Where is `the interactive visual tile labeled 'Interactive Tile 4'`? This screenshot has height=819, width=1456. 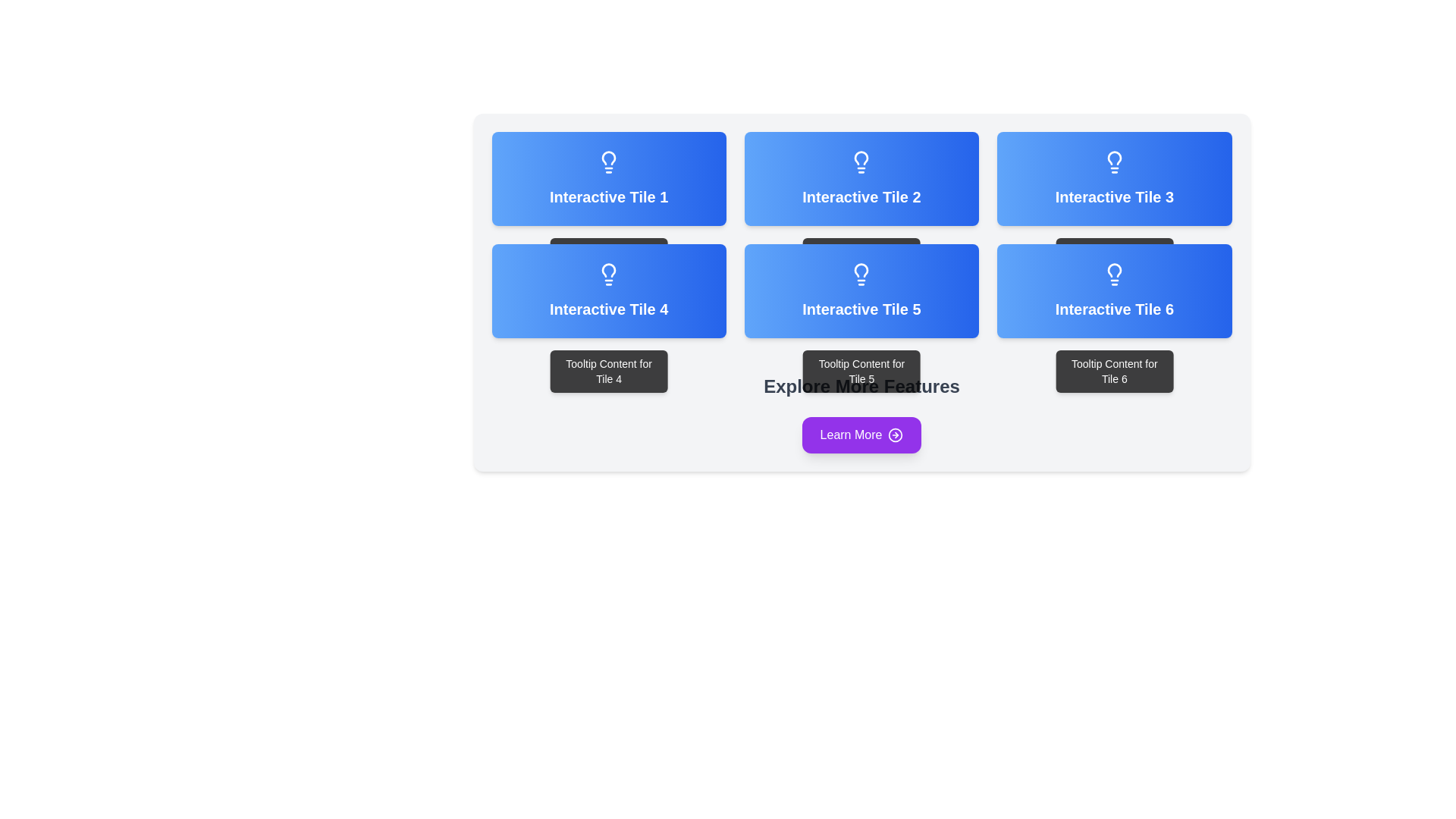 the interactive visual tile labeled 'Interactive Tile 4' is located at coordinates (609, 291).